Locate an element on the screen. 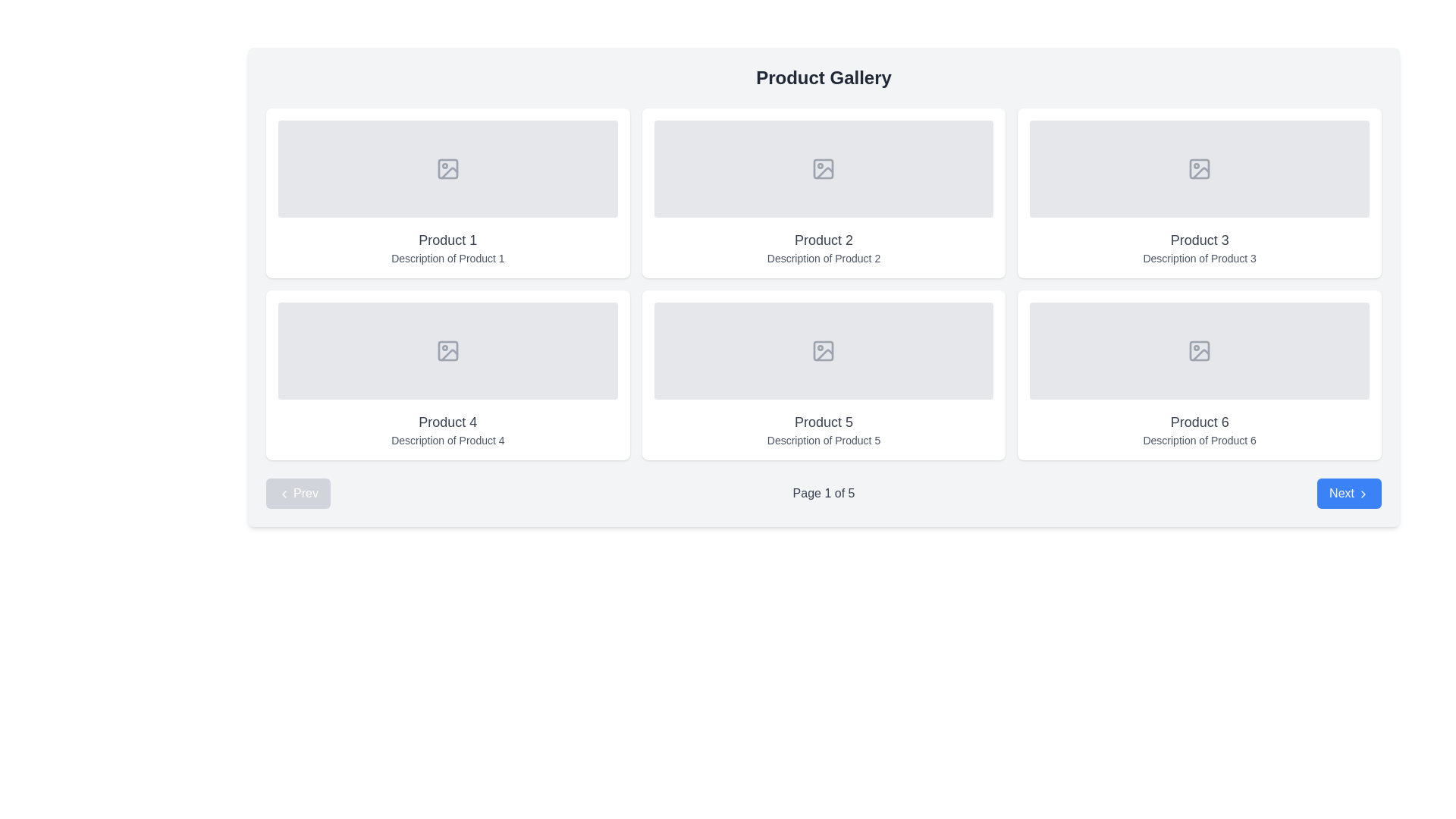 The width and height of the screenshot is (1456, 819). the Text Label that provides the name or title of the product, located below the header 'Product Gallery' and above the description 'Description of Product 2' in the second item card of the grid layout is located at coordinates (823, 239).